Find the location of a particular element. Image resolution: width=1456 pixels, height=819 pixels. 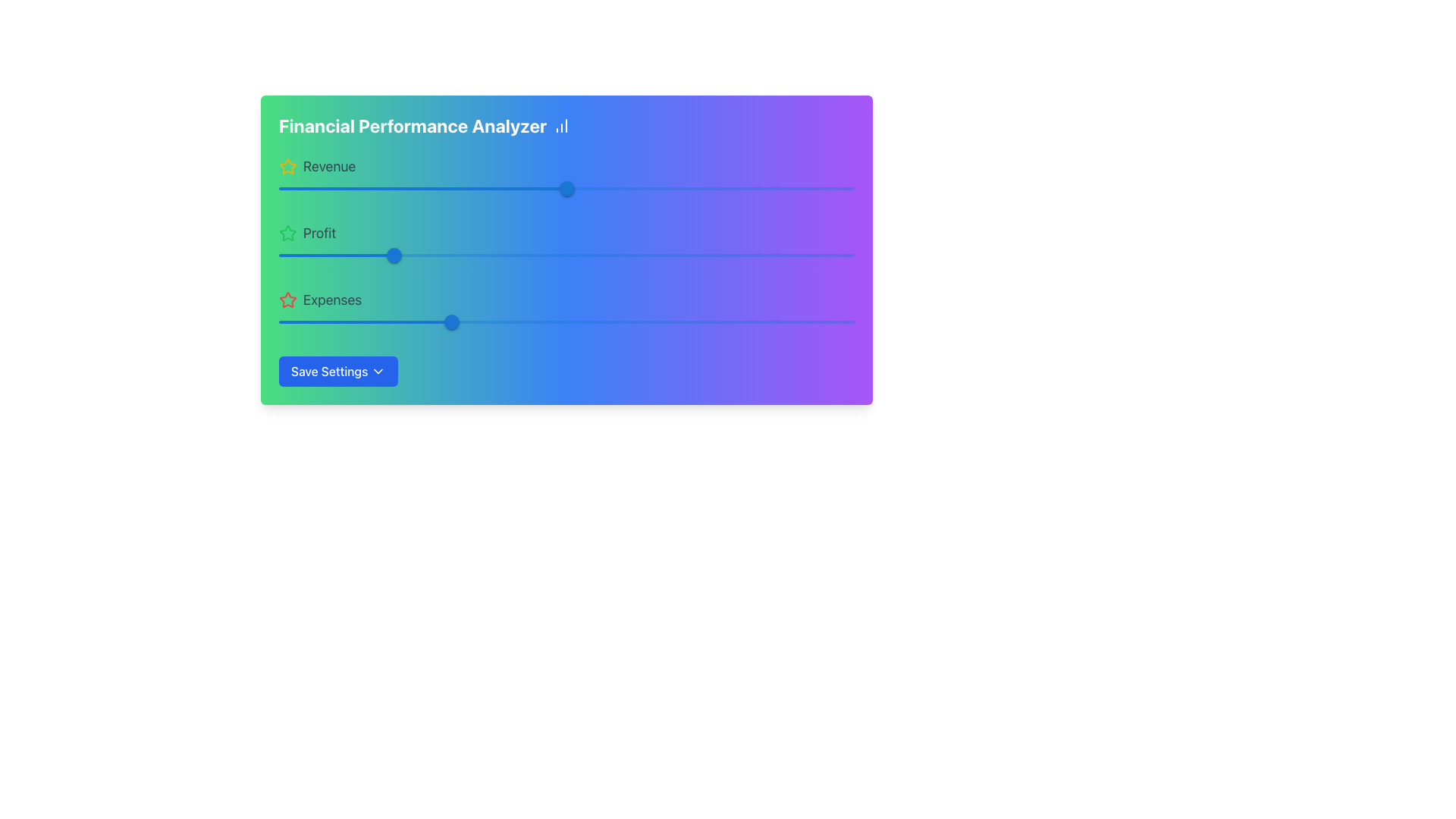

the Revenue slider is located at coordinates (757, 188).